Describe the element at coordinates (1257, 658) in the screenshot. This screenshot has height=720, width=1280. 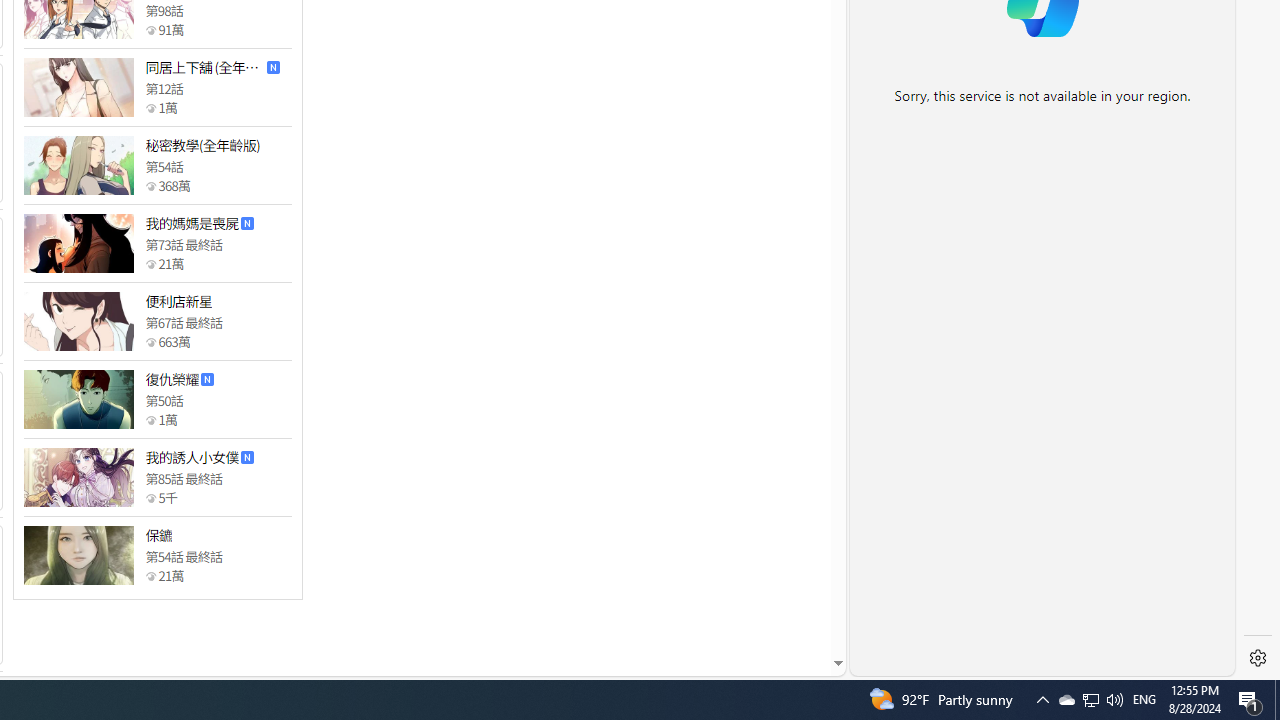
I see `'Settings'` at that location.